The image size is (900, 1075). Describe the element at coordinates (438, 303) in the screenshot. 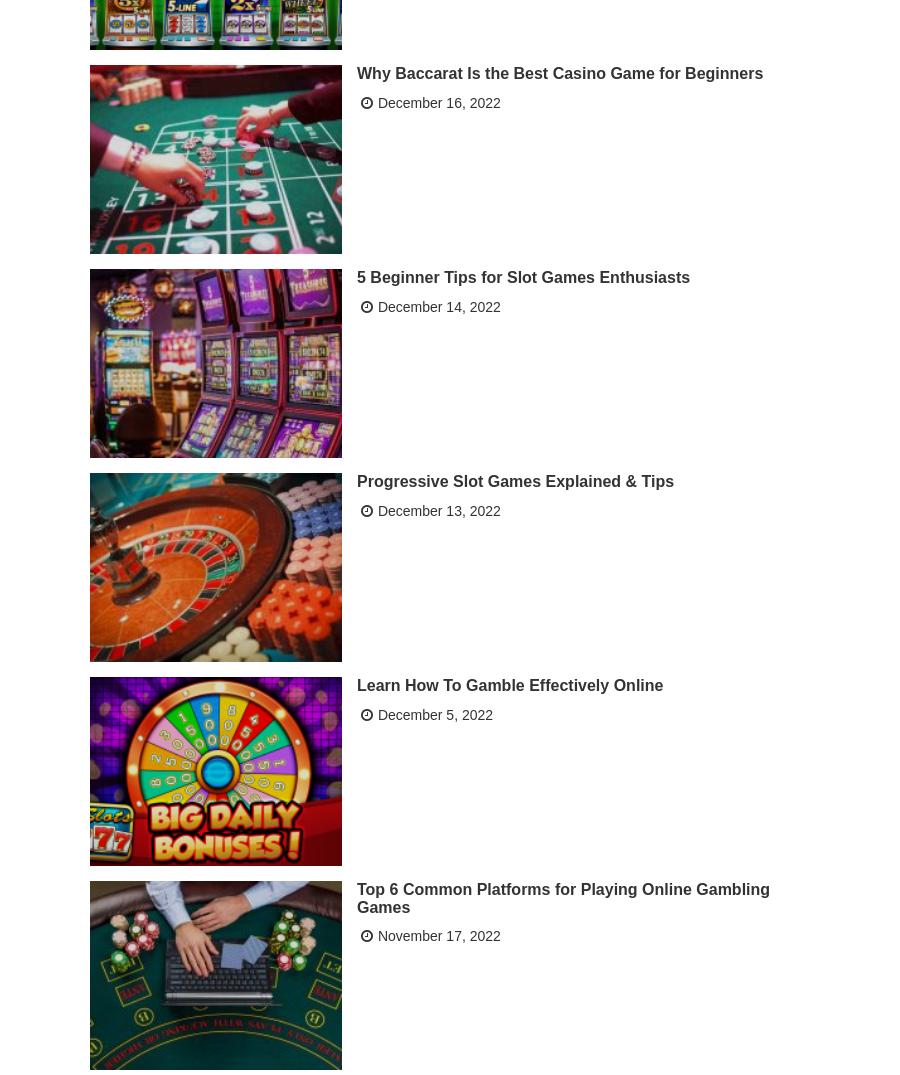

I see `'December 14, 2022'` at that location.